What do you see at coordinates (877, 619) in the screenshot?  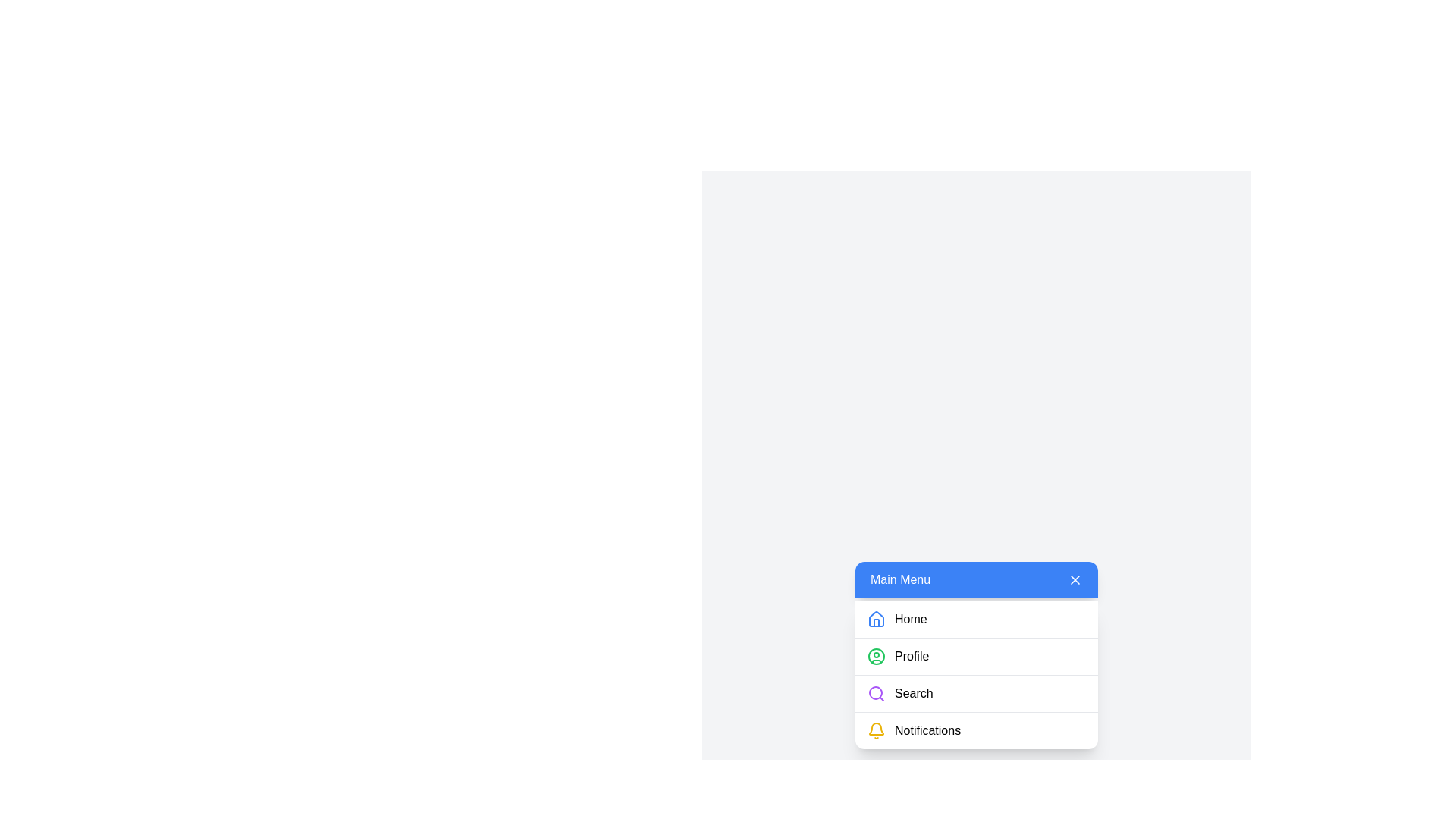 I see `the 'Home' icon in the navigation menu, which is represented by a house-shaped vector graphic preceding the text label 'Home'` at bounding box center [877, 619].